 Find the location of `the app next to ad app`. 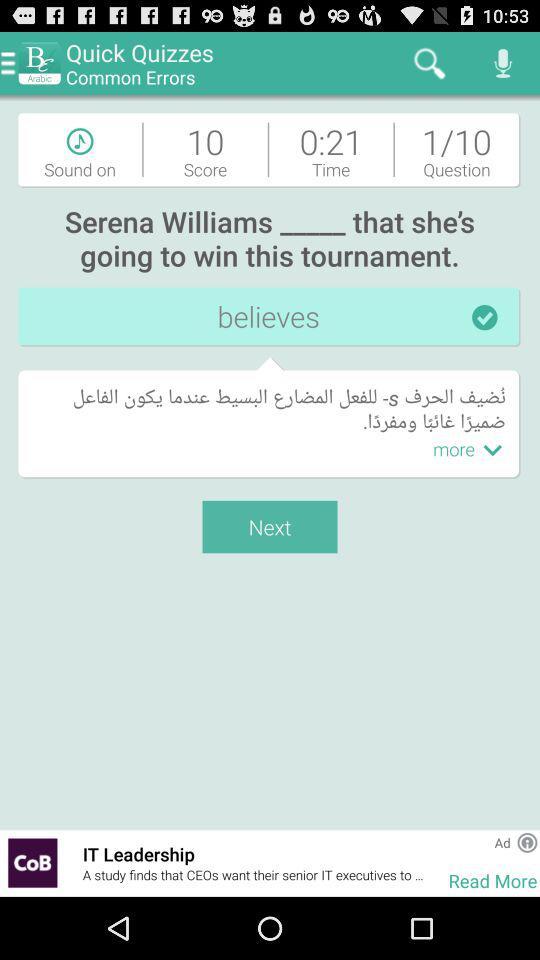

the app next to ad app is located at coordinates (527, 841).